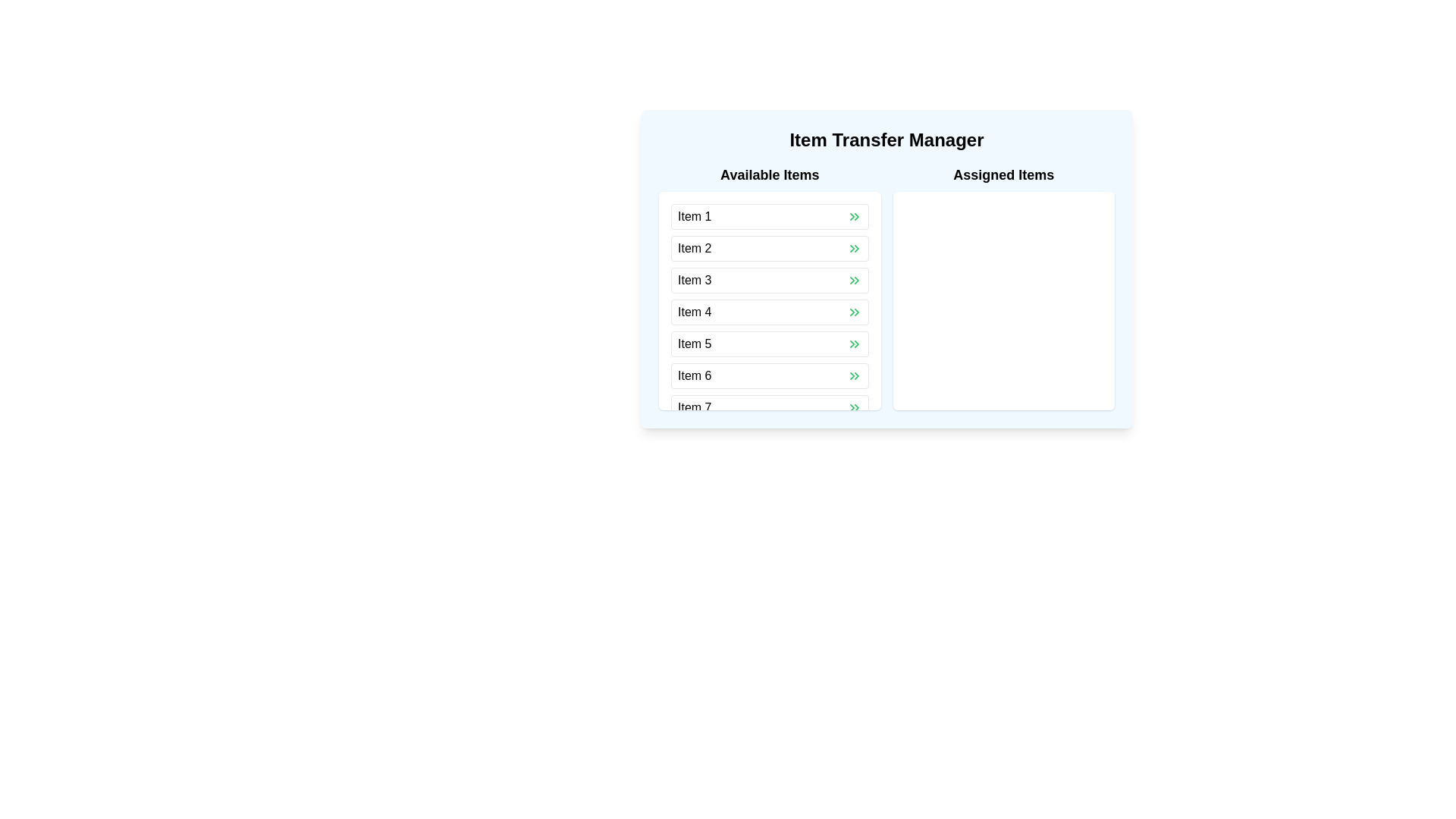  What do you see at coordinates (854, 344) in the screenshot?
I see `the green chevron double-arrow button located at the far-right of the 'Item 5' entry in the 'Available Items' list to observe the styling change` at bounding box center [854, 344].